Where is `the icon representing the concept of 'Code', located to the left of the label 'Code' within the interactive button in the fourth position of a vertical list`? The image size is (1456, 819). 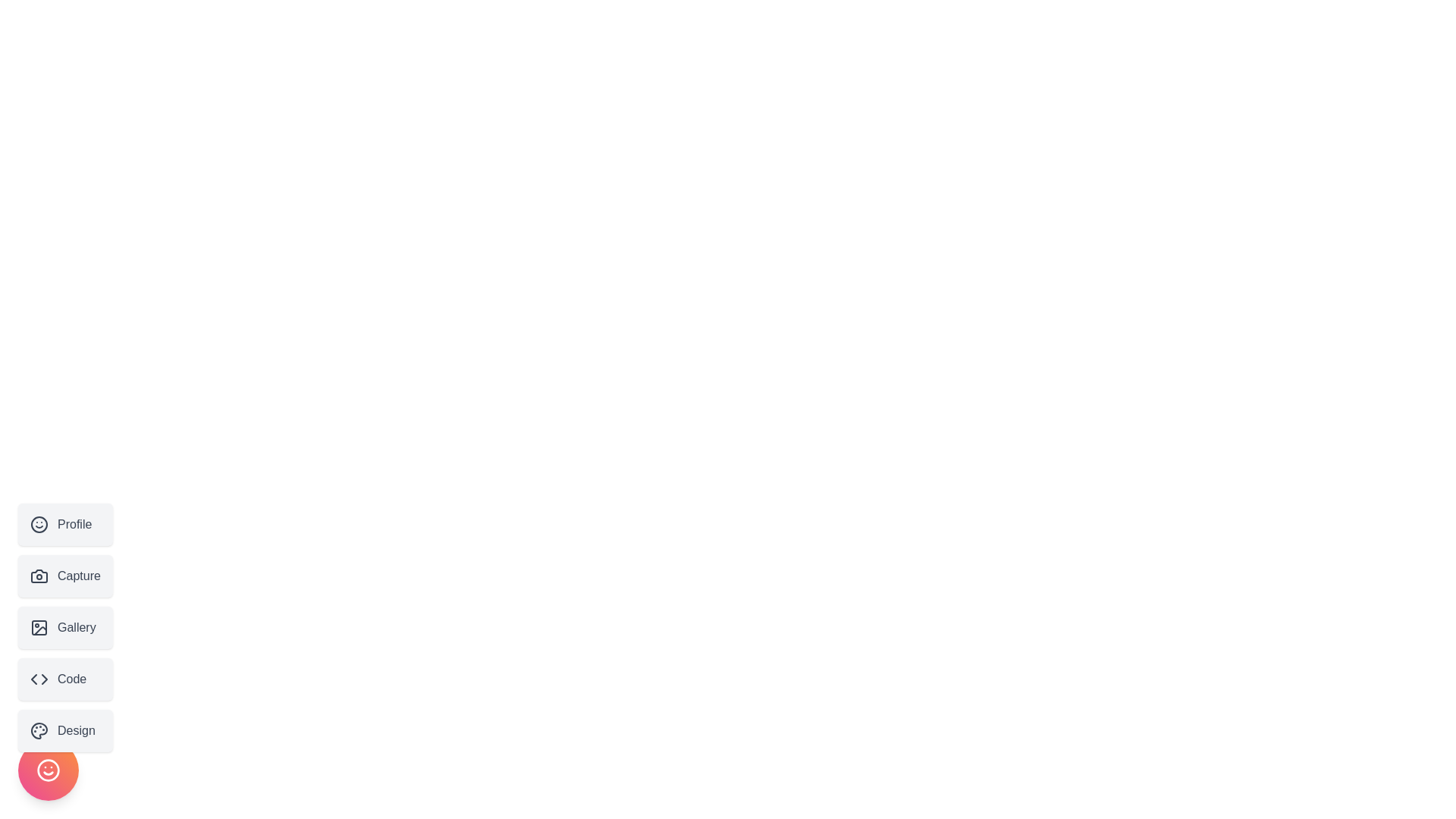 the icon representing the concept of 'Code', located to the left of the label 'Code' within the interactive button in the fourth position of a vertical list is located at coordinates (39, 678).